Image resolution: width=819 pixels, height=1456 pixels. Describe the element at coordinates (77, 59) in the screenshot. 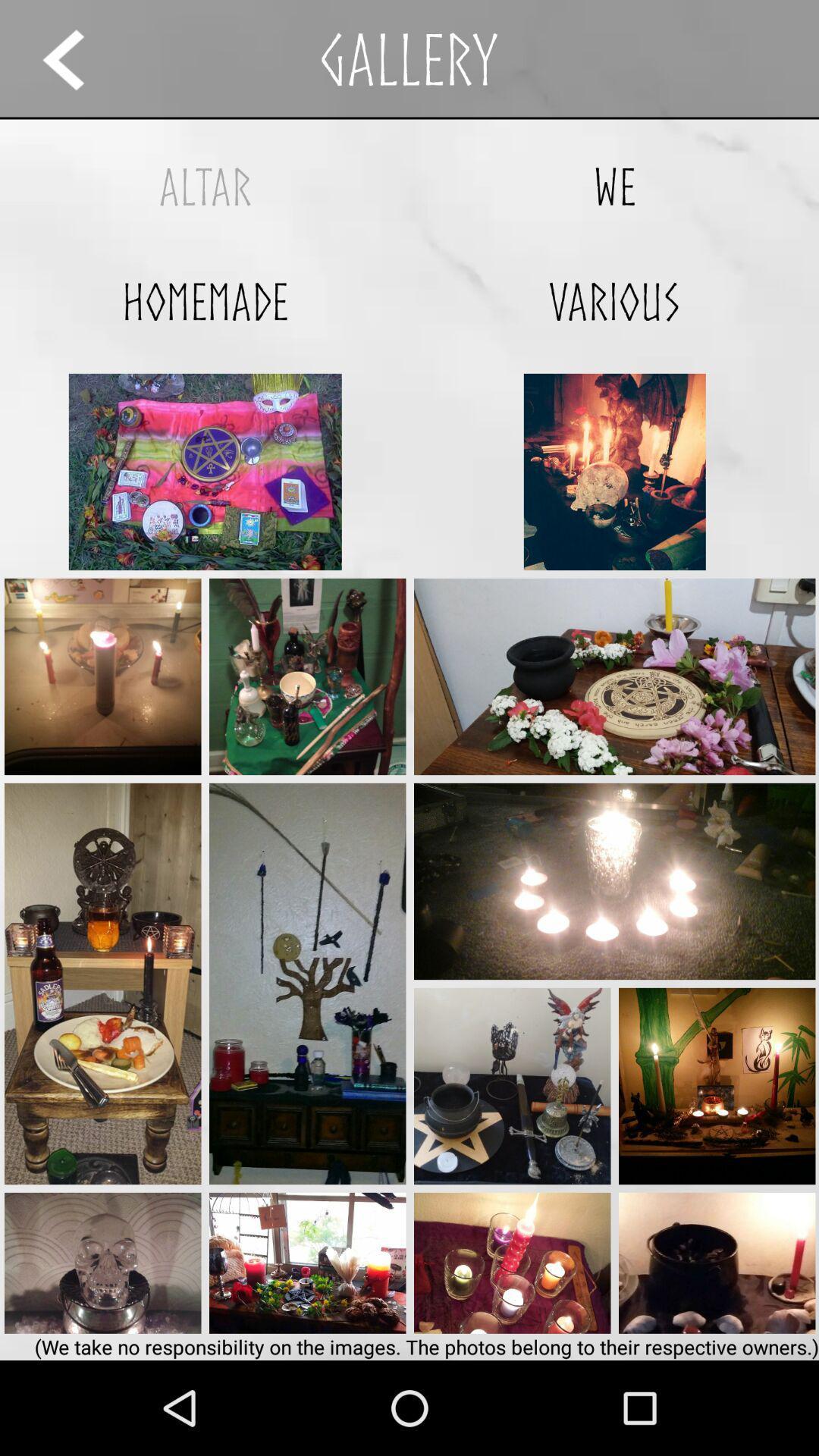

I see `the icon above the altar` at that location.